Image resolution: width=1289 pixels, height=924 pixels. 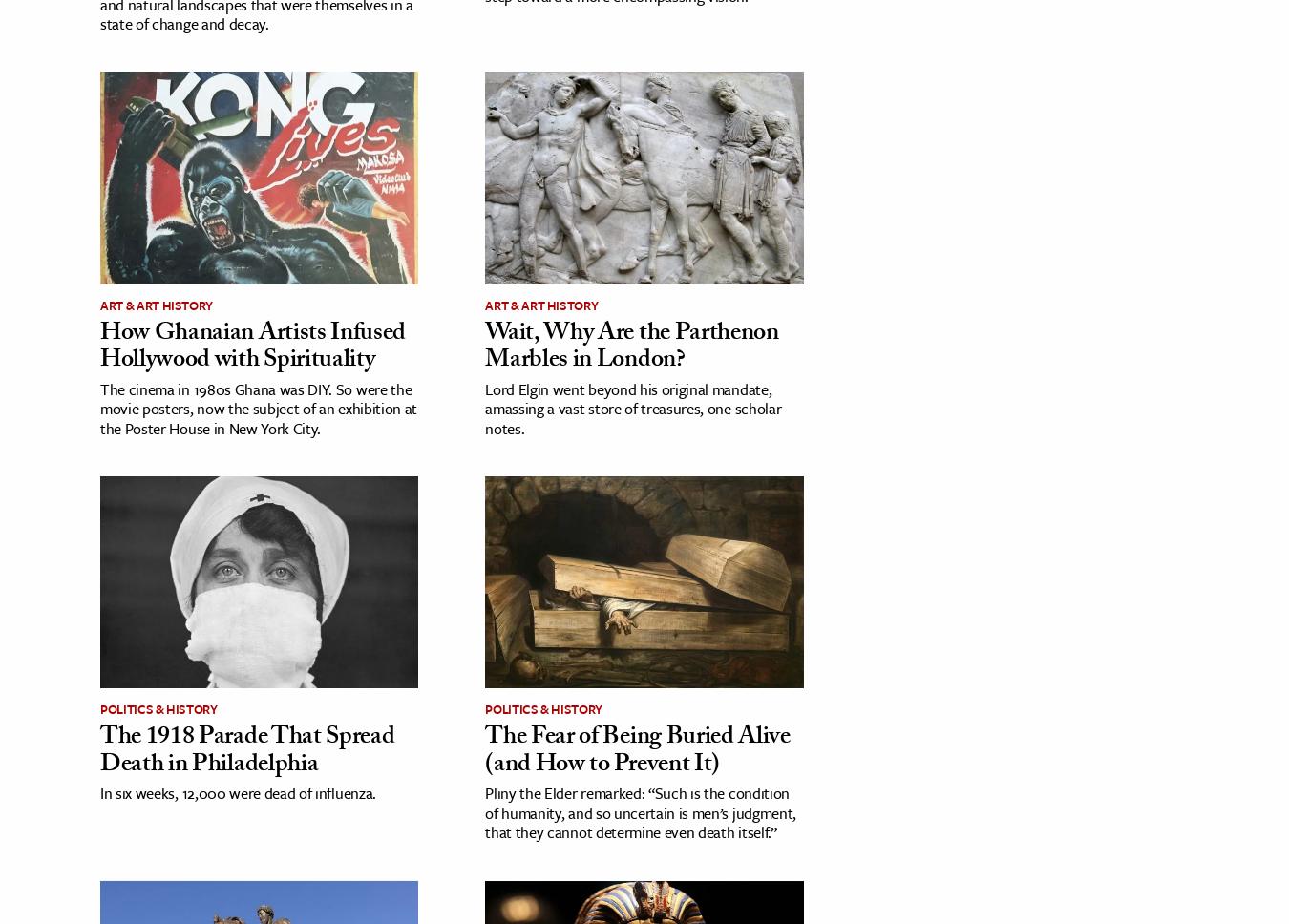 What do you see at coordinates (632, 408) in the screenshot?
I see `'Lord Elgin went beyond his original mandate, amassing a vast store of treasures, one scholar notes.'` at bounding box center [632, 408].